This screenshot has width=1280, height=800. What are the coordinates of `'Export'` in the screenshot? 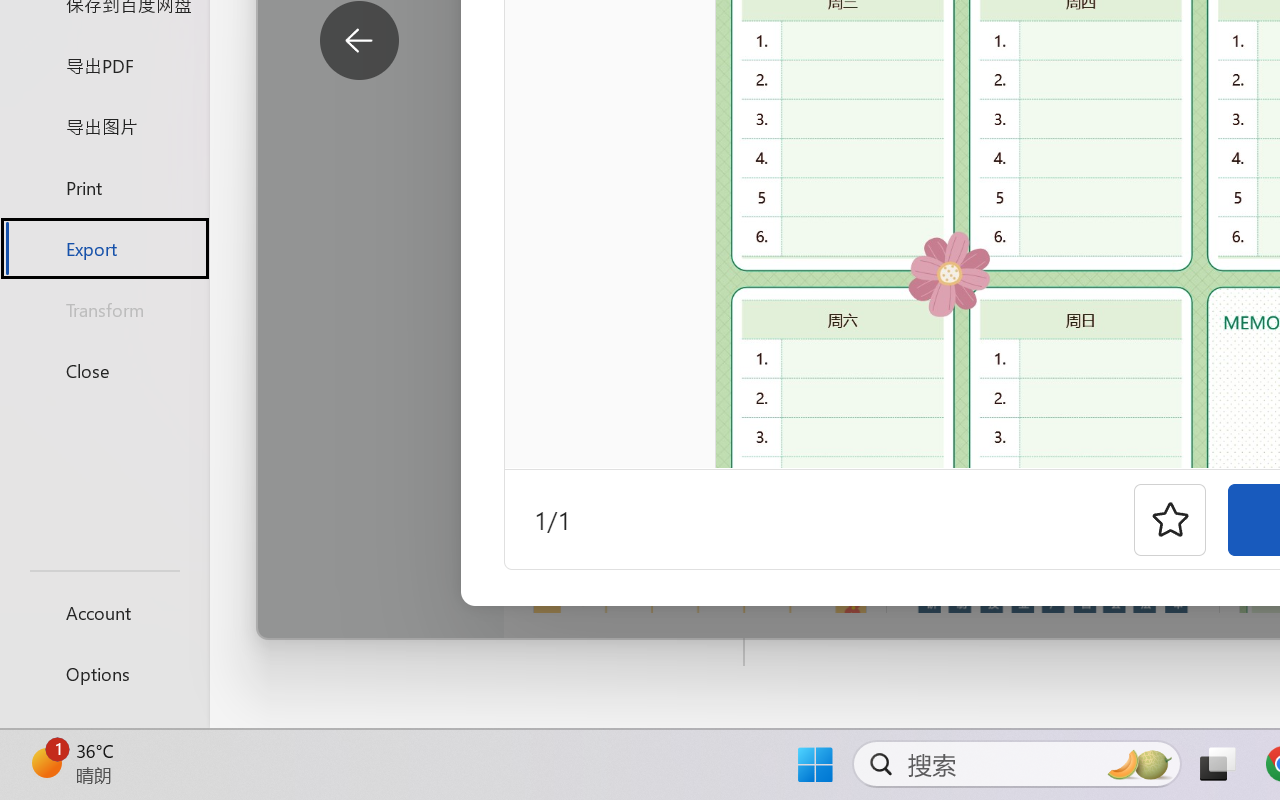 It's located at (103, 247).